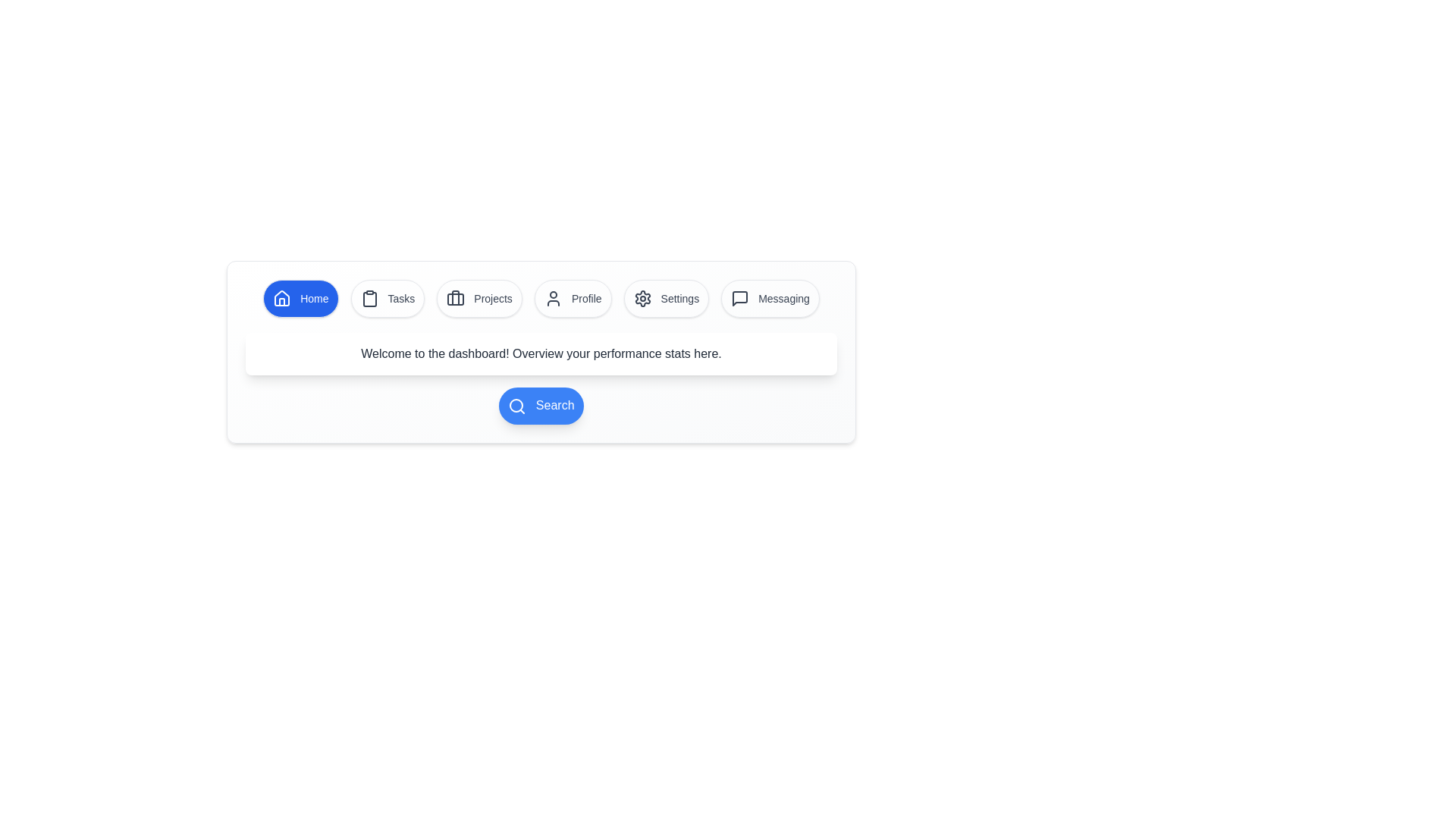  I want to click on the gear-shaped icon indicating settings, located in the 'Settings' tab, so click(642, 298).